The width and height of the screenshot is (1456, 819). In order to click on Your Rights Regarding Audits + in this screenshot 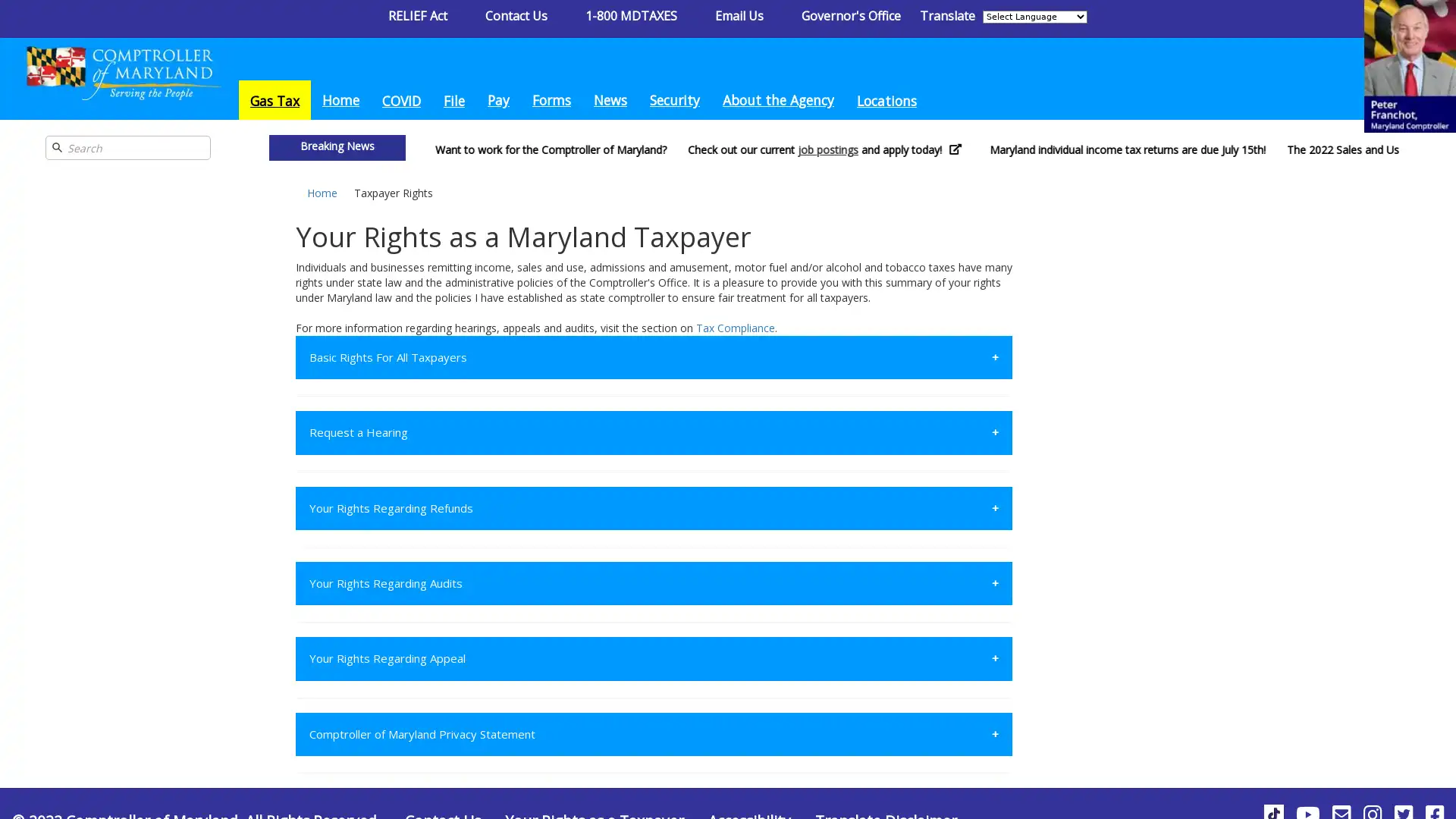, I will do `click(654, 582)`.